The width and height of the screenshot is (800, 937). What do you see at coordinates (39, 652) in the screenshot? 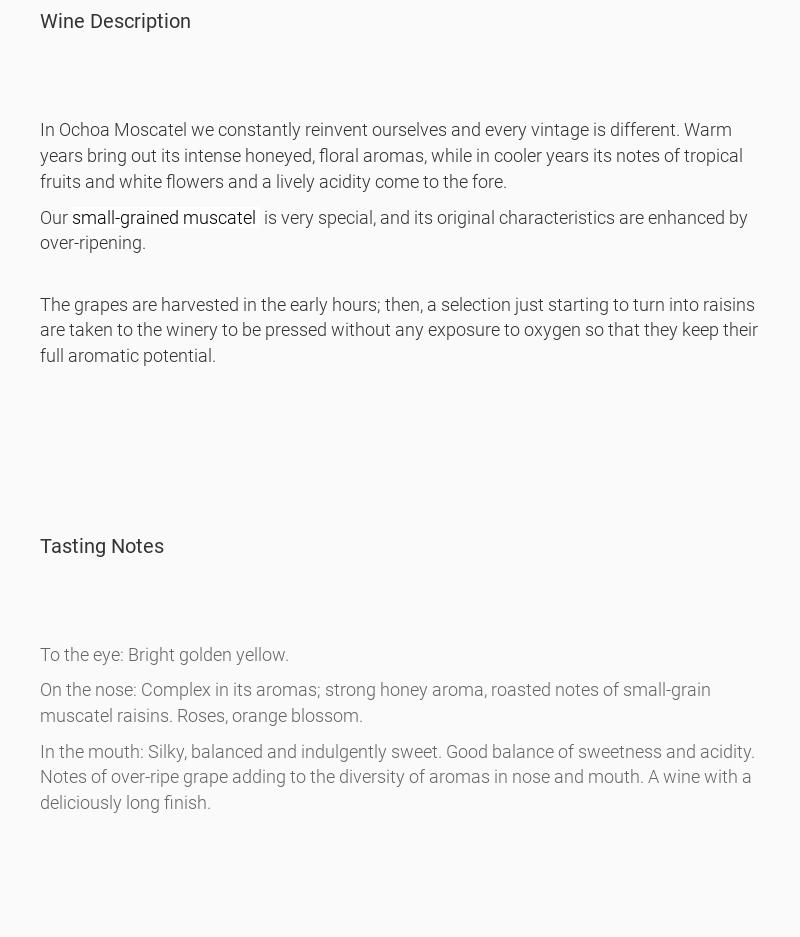
I see `'To the eye: Bright golden yellow.'` at bounding box center [39, 652].